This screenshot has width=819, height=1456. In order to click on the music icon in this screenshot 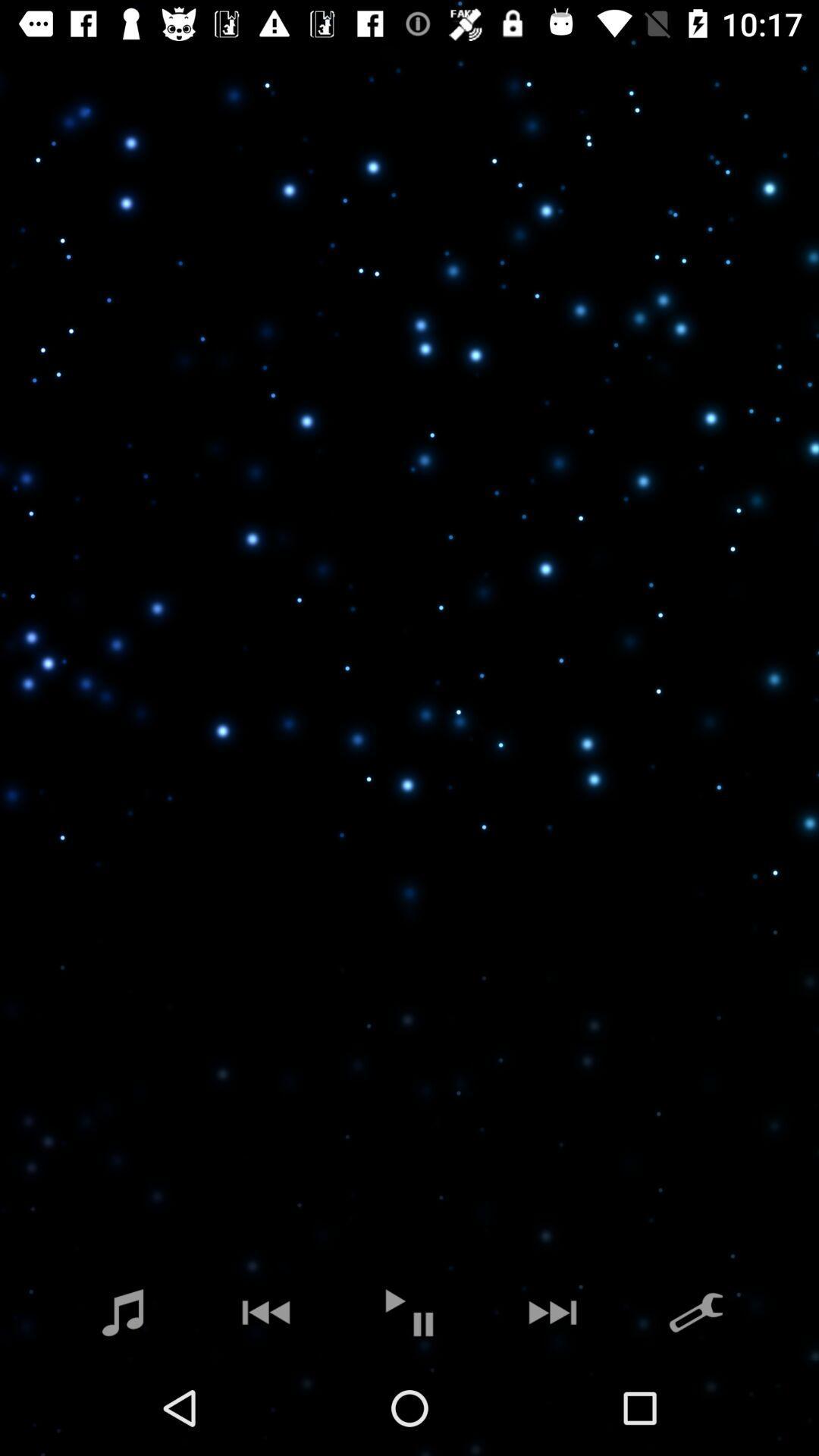, I will do `click(122, 1312)`.